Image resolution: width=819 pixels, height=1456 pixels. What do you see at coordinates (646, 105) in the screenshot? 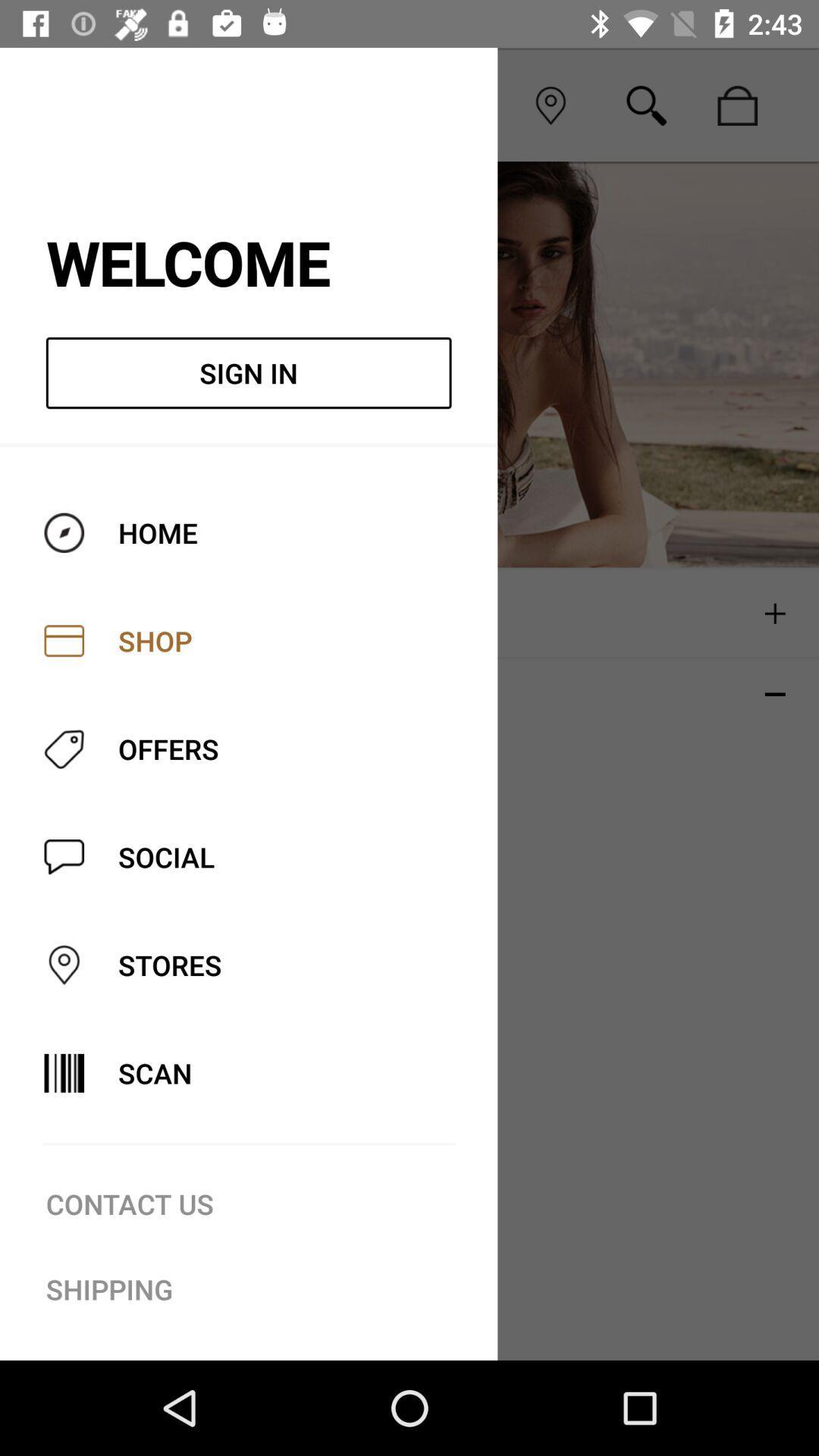
I see `search icon` at bounding box center [646, 105].